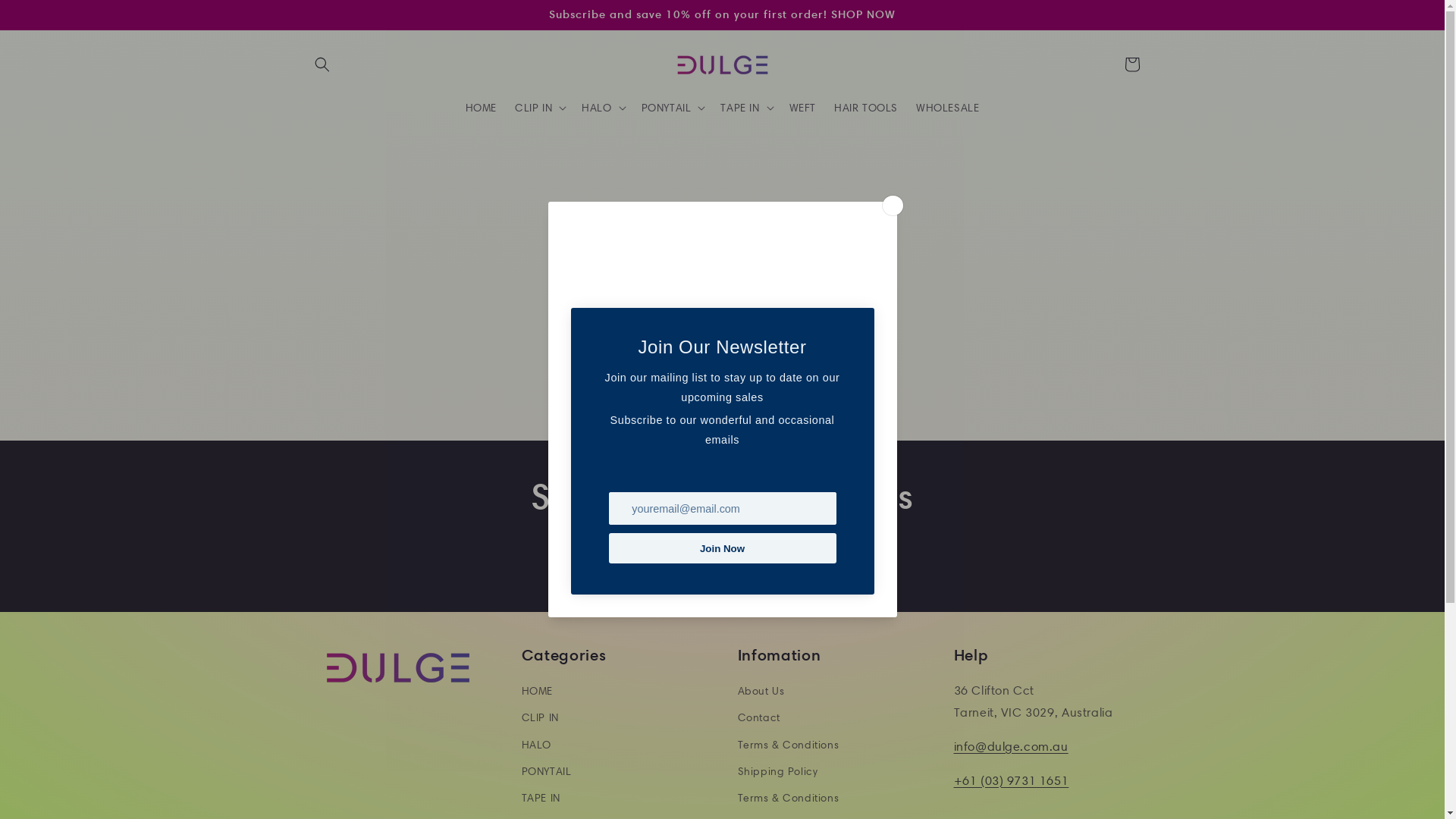 The image size is (1456, 819). I want to click on 'Cart', so click(1131, 63).